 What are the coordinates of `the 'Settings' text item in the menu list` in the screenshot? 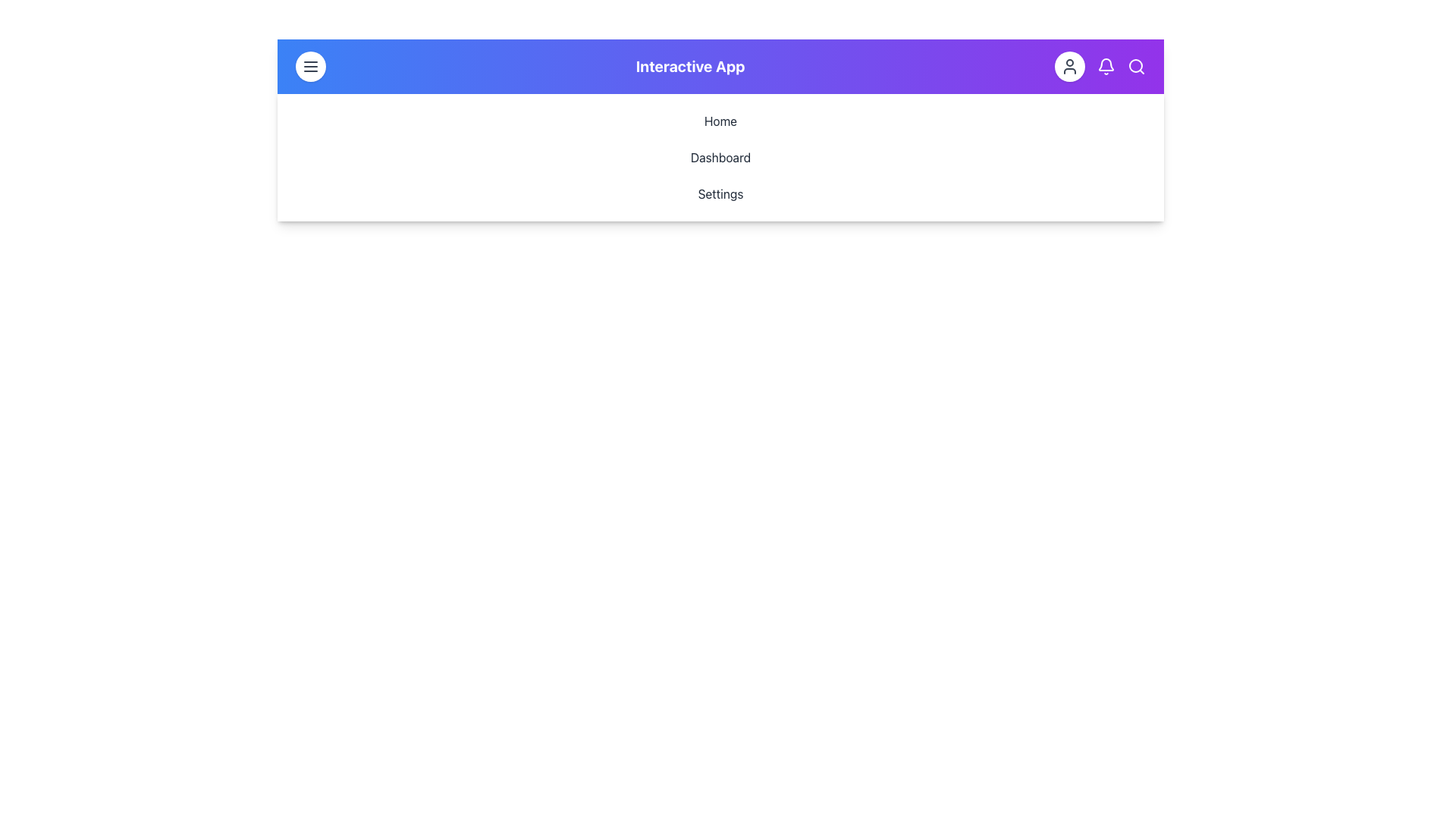 It's located at (720, 193).